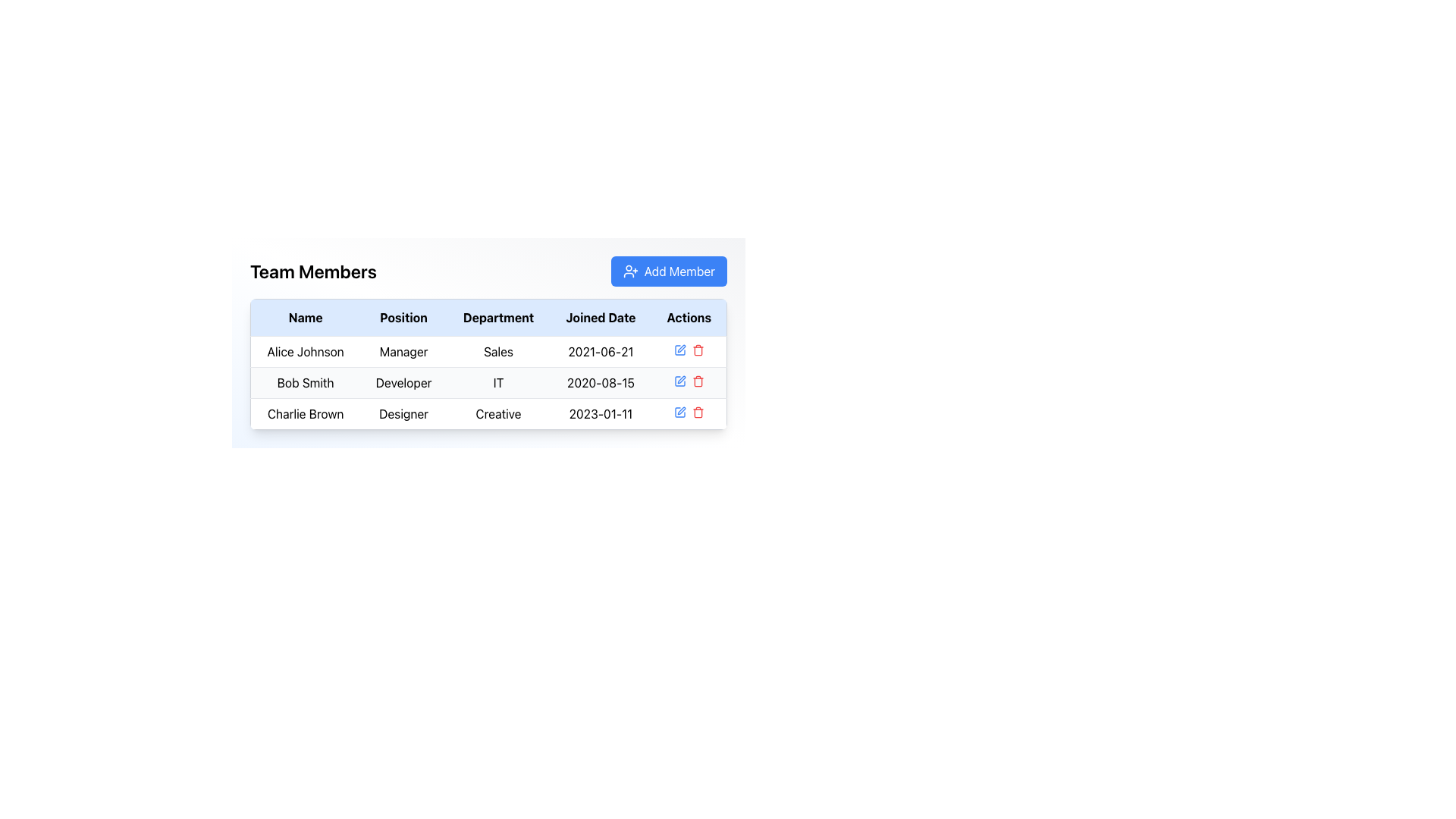  What do you see at coordinates (600, 382) in the screenshot?
I see `the static text displaying the date '2020-08-15' in the 'Joined Date' column for 'Bob Smith' in the 'Team Members' table` at bounding box center [600, 382].